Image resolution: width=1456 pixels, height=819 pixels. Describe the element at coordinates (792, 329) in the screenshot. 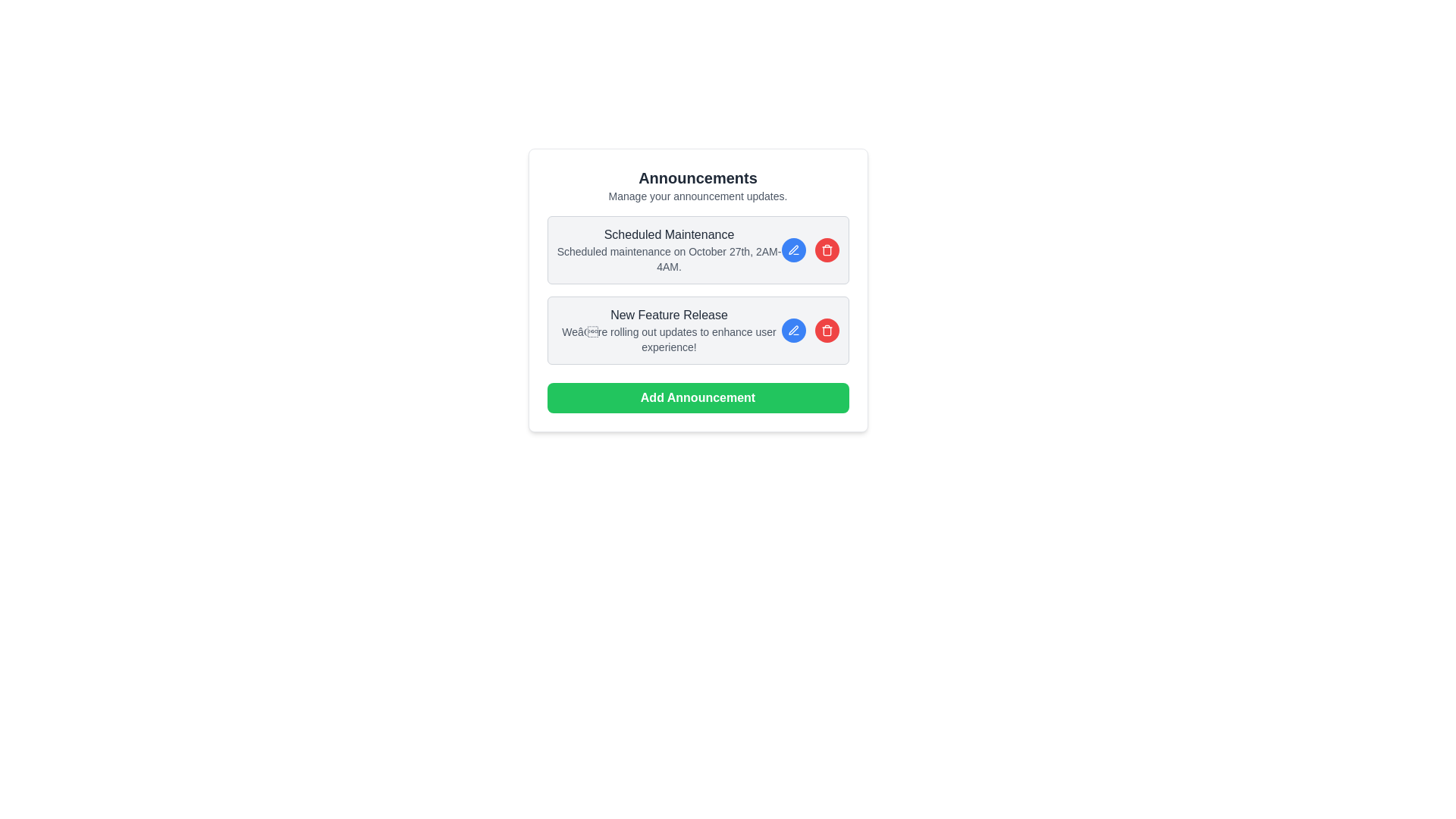

I see `the edit button located to the right of the 'New Feature Release' text in the second row of the announcement list` at that location.